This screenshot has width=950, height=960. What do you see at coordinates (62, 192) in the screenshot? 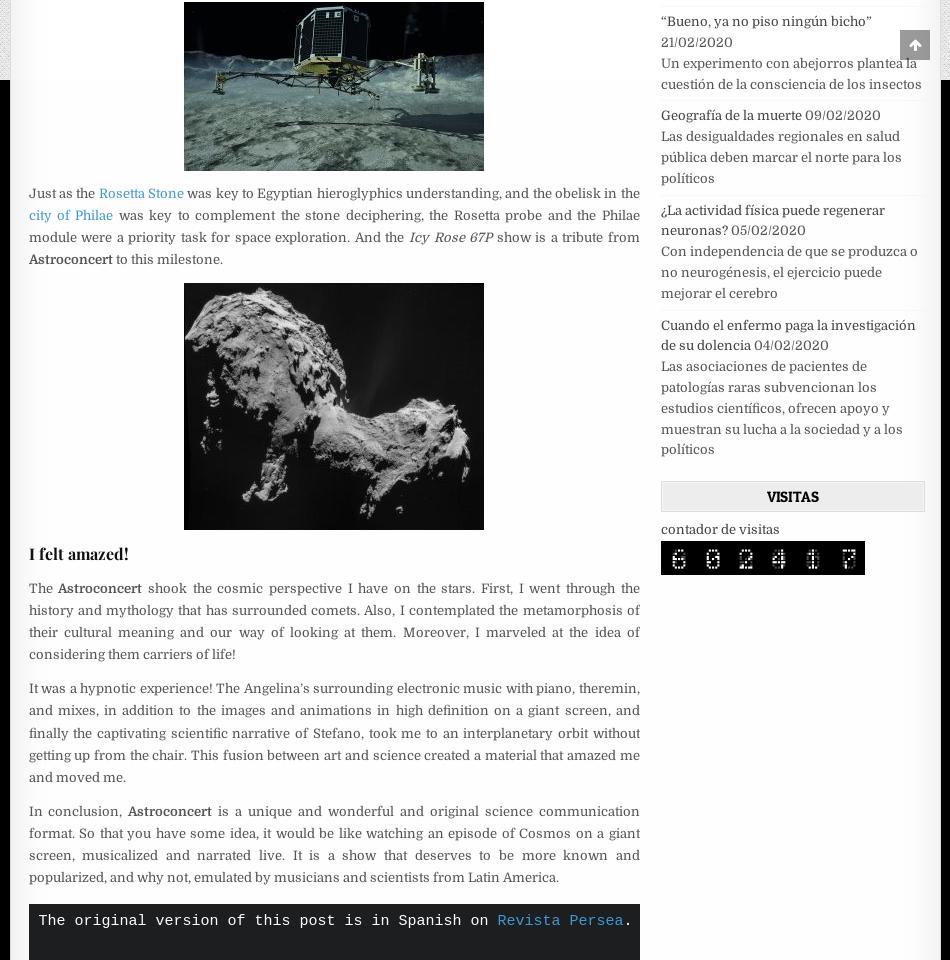
I see `'Just as the'` at bounding box center [62, 192].